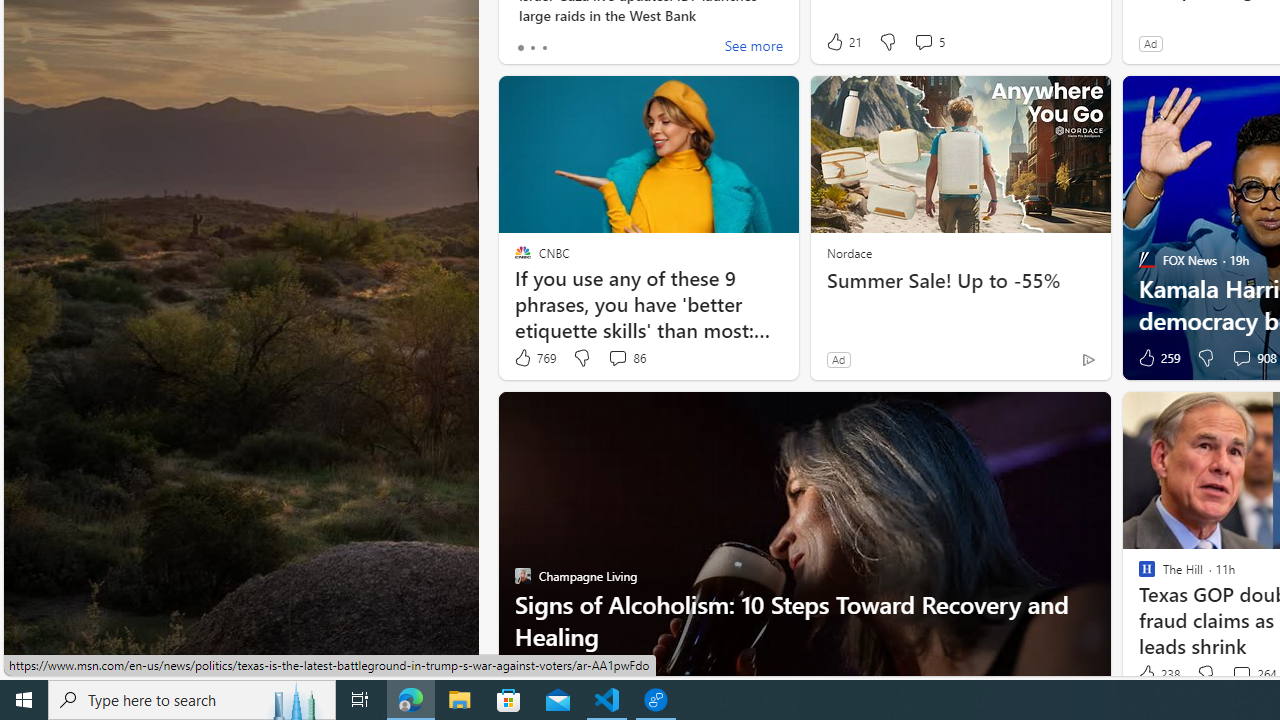  Describe the element at coordinates (1157, 357) in the screenshot. I see `'259 Like'` at that location.